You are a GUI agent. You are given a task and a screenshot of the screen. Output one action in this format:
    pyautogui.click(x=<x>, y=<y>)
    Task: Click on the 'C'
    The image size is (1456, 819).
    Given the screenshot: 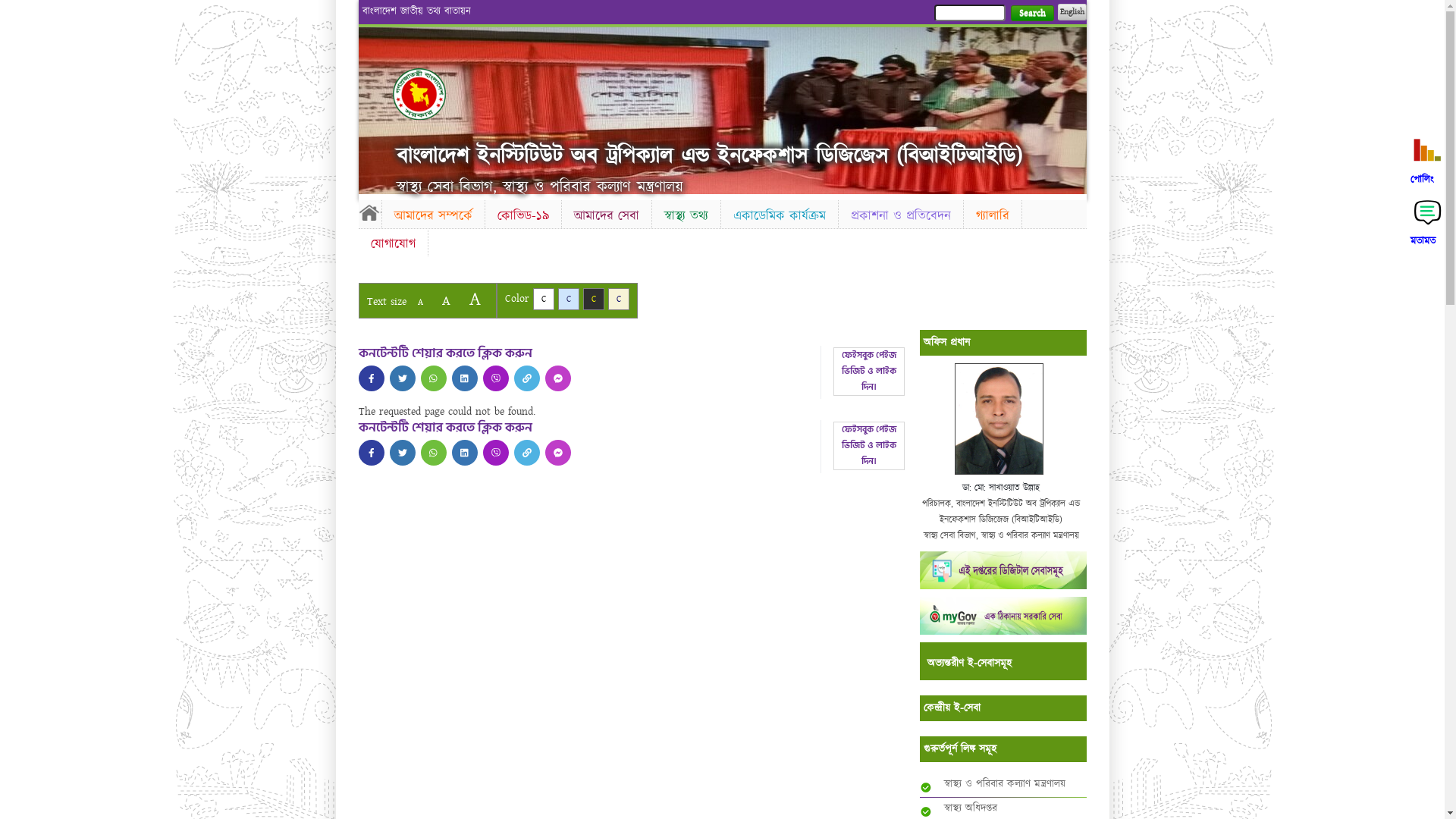 What is the action you would take?
    pyautogui.click(x=582, y=299)
    